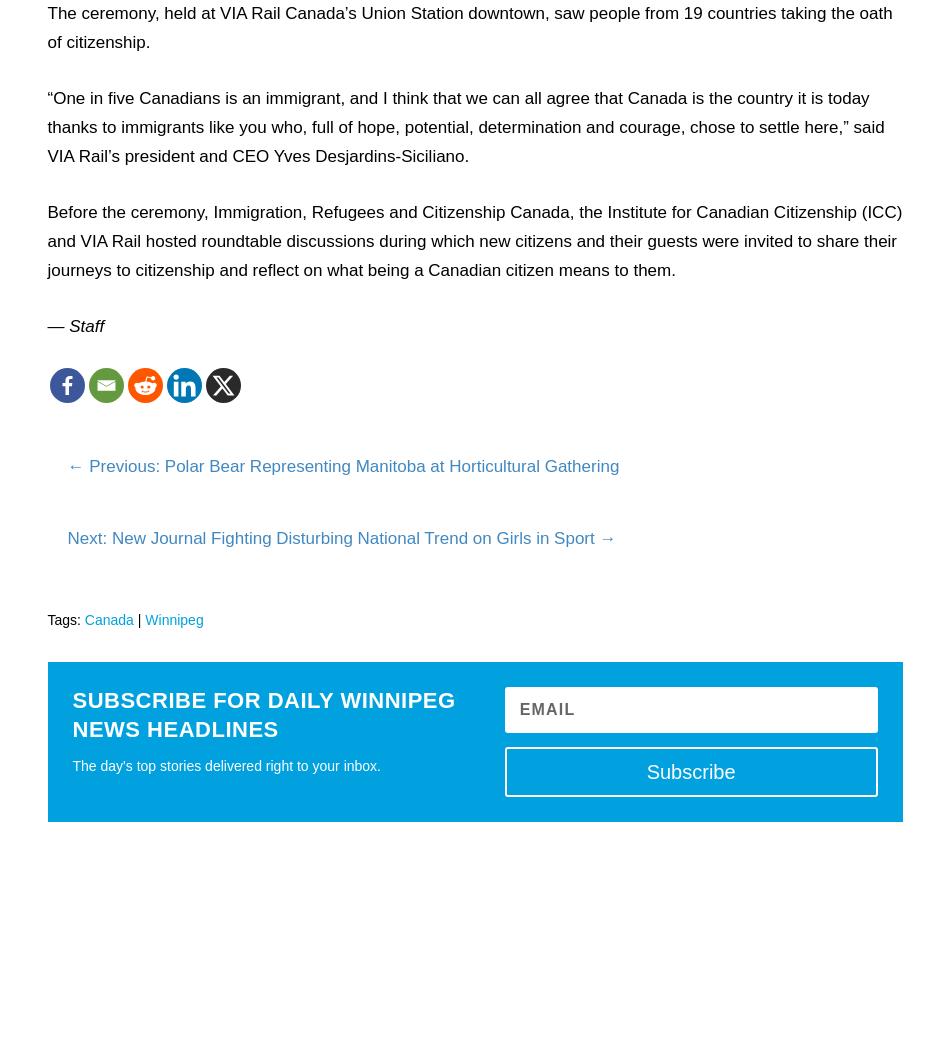 This screenshot has height=1037, width=950. What do you see at coordinates (329, 537) in the screenshot?
I see `'Next: New Journal Fighting Disturbing National Trend on Girls in Sport'` at bounding box center [329, 537].